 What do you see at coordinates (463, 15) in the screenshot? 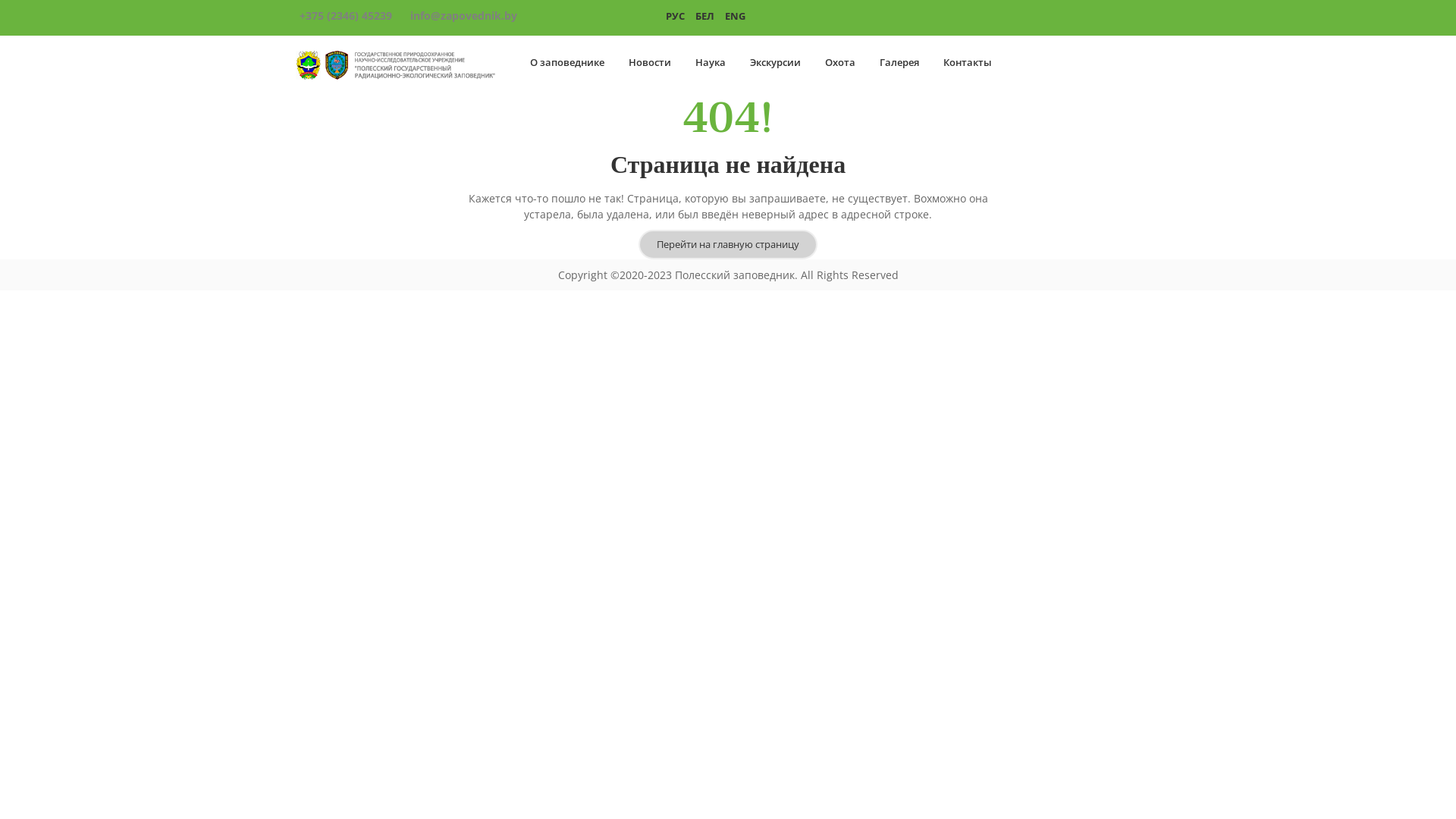
I see `'info@zapovednik.by'` at bounding box center [463, 15].